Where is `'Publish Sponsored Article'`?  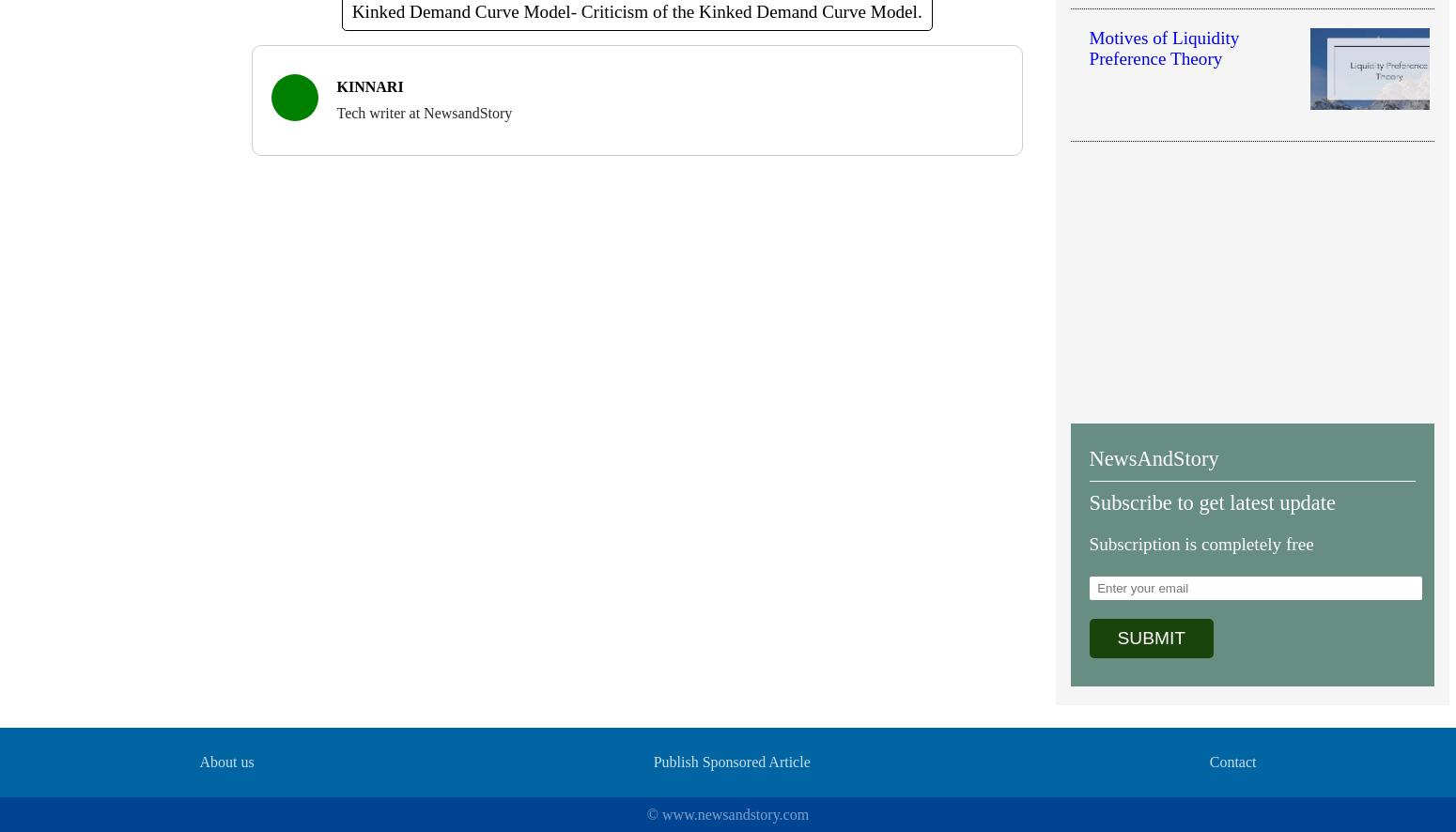
'Publish Sponsored Article' is located at coordinates (730, 762).